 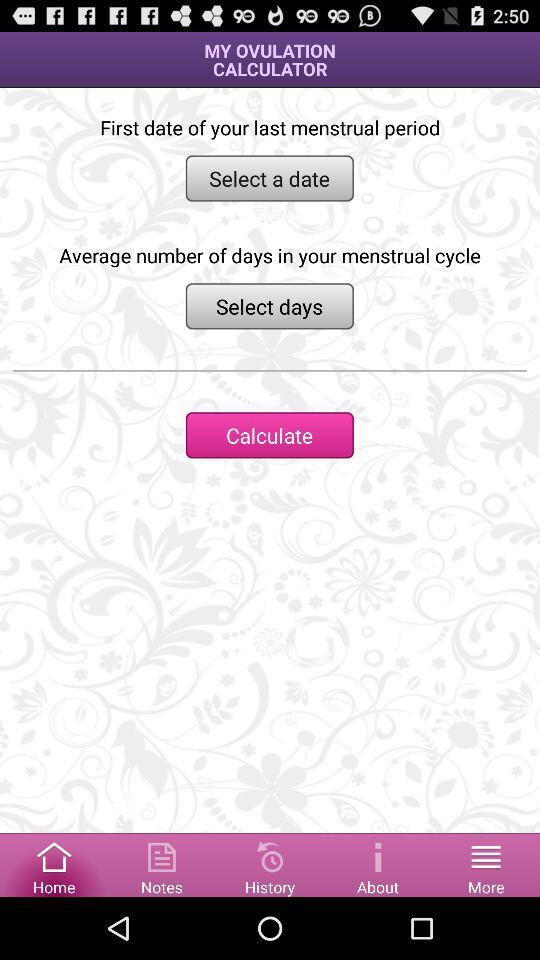 I want to click on show history, so click(x=270, y=863).